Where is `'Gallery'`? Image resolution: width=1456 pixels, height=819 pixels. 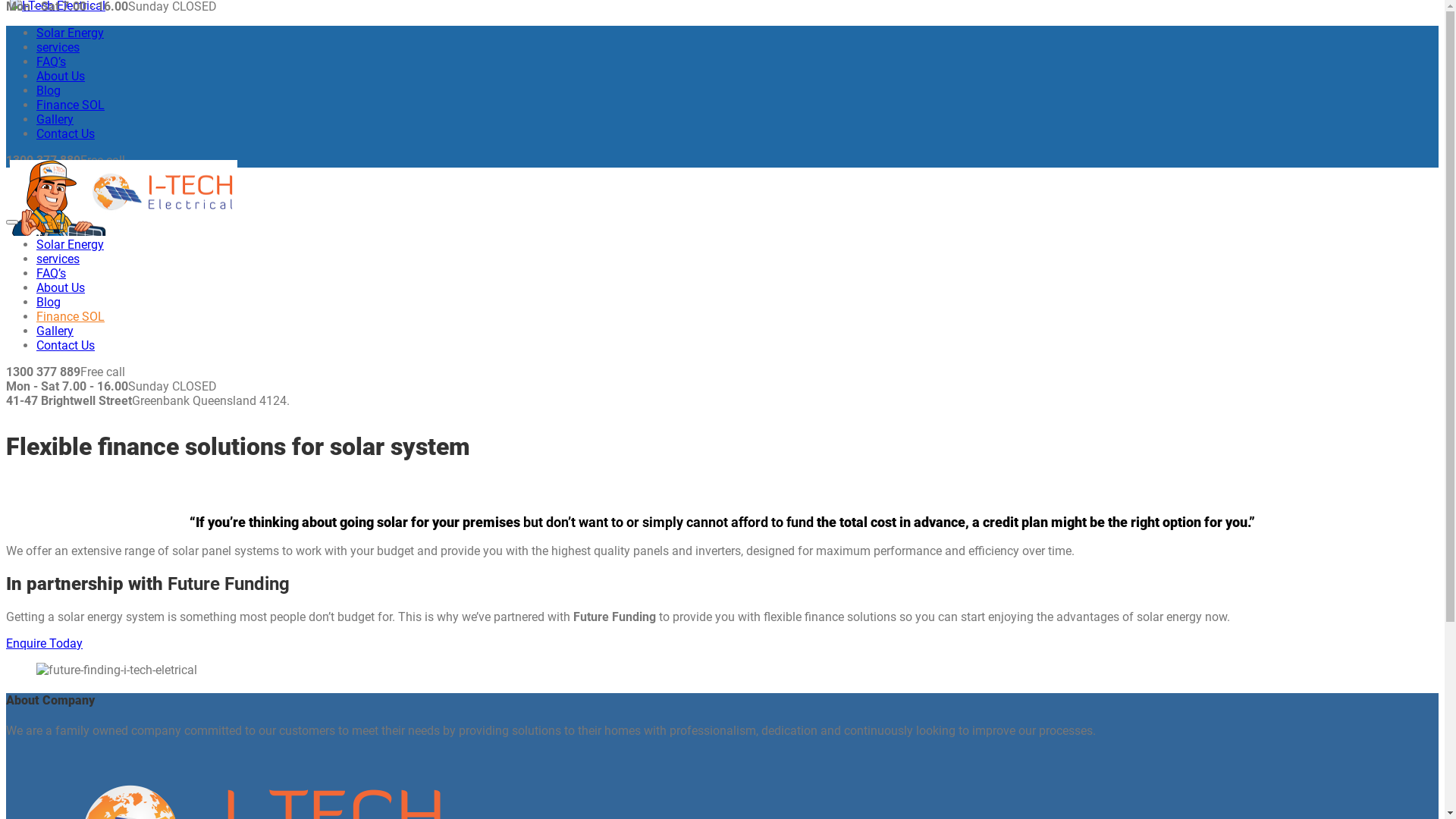 'Gallery' is located at coordinates (55, 330).